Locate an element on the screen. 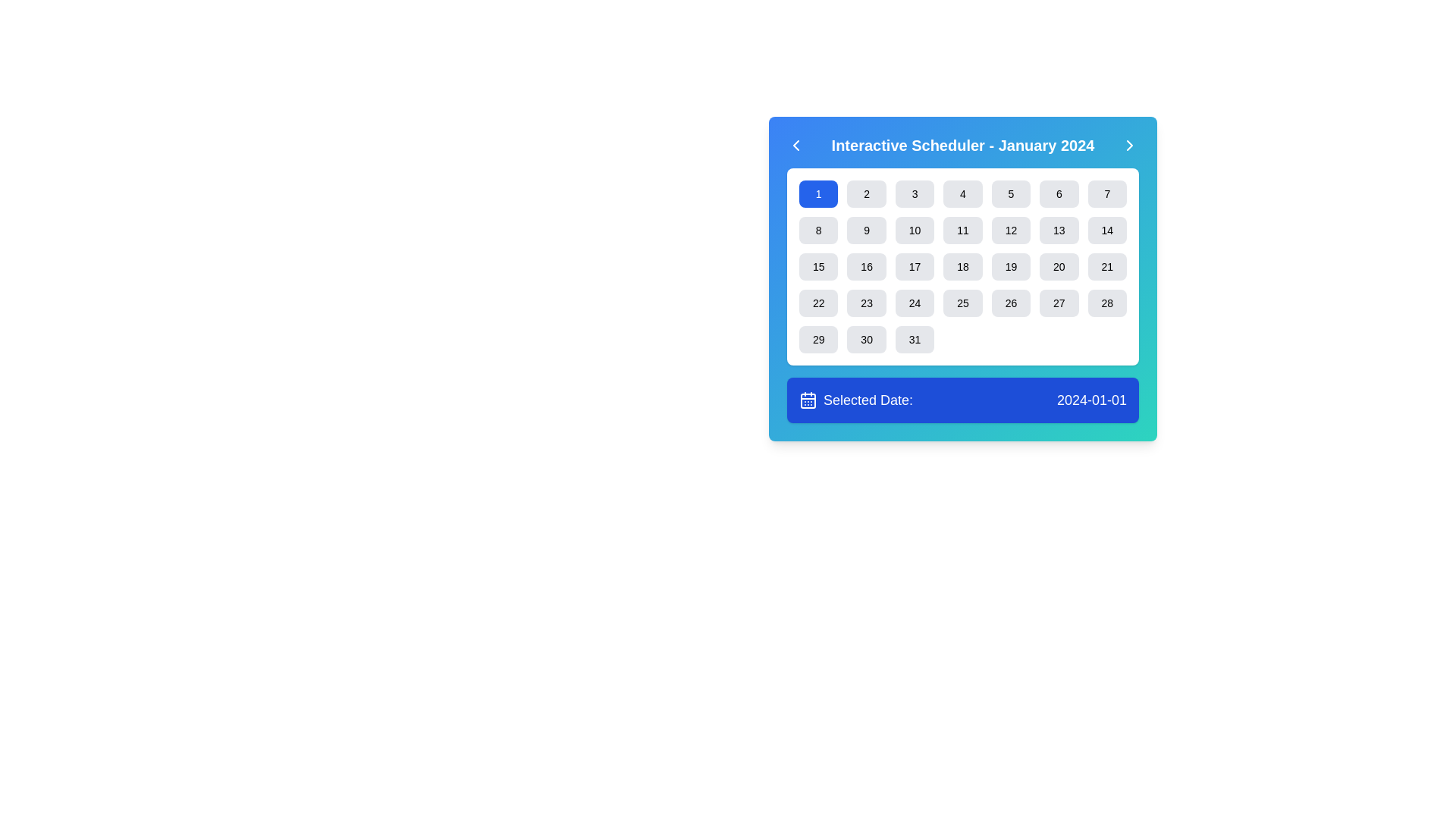 The width and height of the screenshot is (1456, 819). the next month navigation icon located at the top-right corner of the calendar interface next to the header 'Interactive Scheduler - January 2024' is located at coordinates (1129, 146).